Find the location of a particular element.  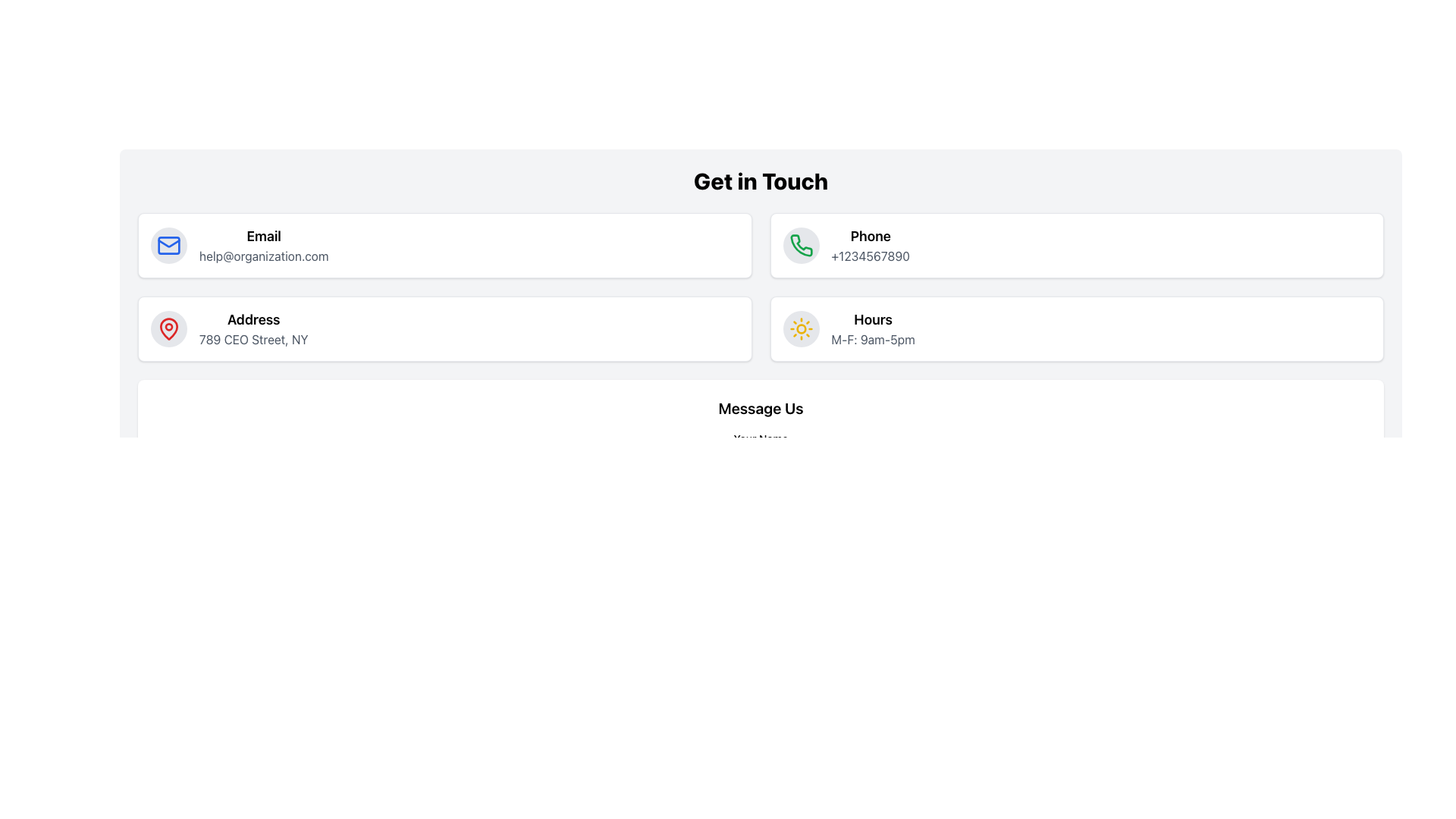

the circular icon button with a light gray background and a blue mail envelope symbol located in the upper-left corner of the first informational card in the 'Get in Touch' section, adjacent to the text 'Email' and 'help@organization.com' is located at coordinates (168, 245).